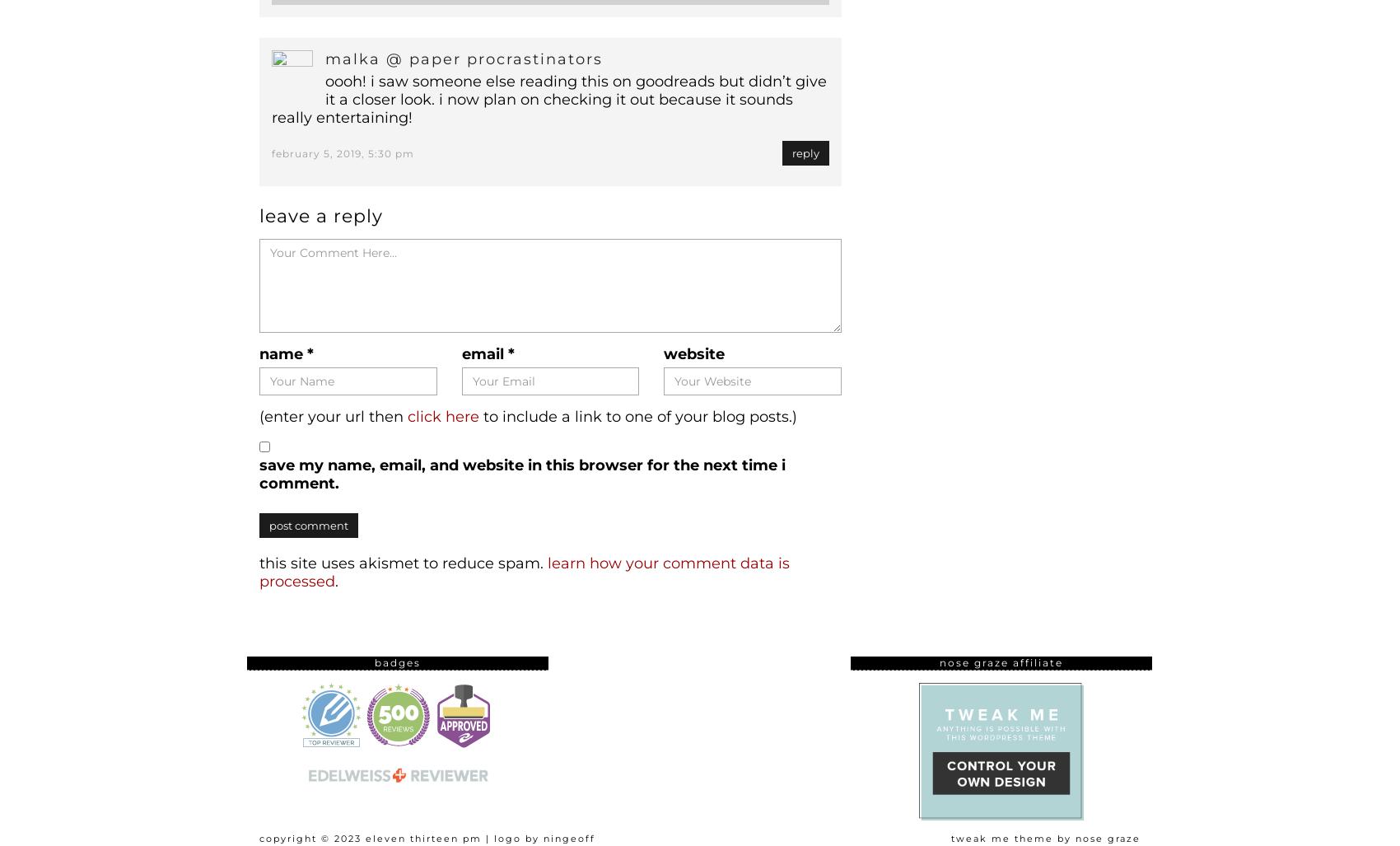 The height and width of the screenshot is (846, 1400). Describe the element at coordinates (442, 417) in the screenshot. I see `'click here'` at that location.